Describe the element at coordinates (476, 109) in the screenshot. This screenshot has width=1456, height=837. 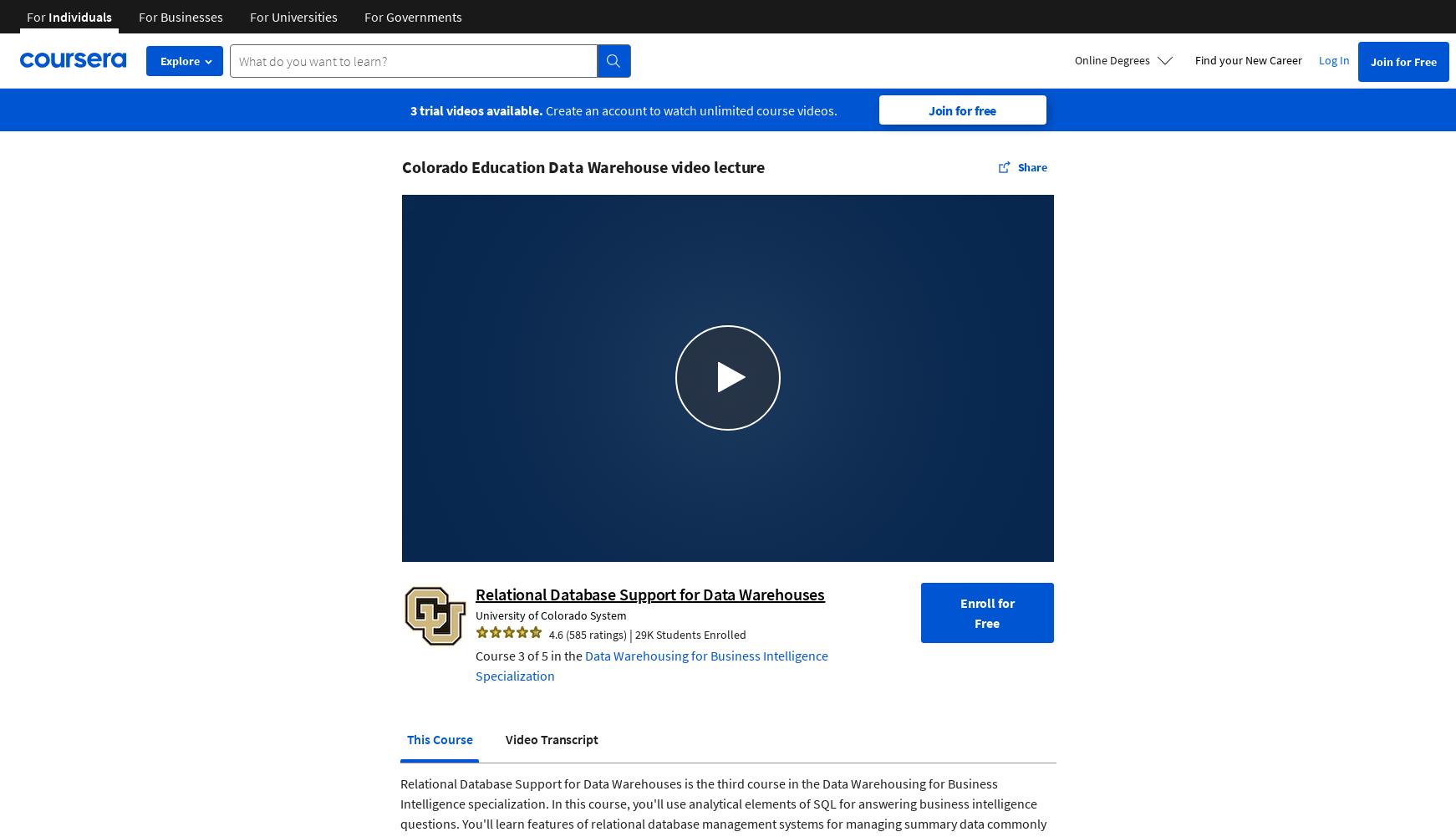
I see `'3 trial videos available.'` at that location.